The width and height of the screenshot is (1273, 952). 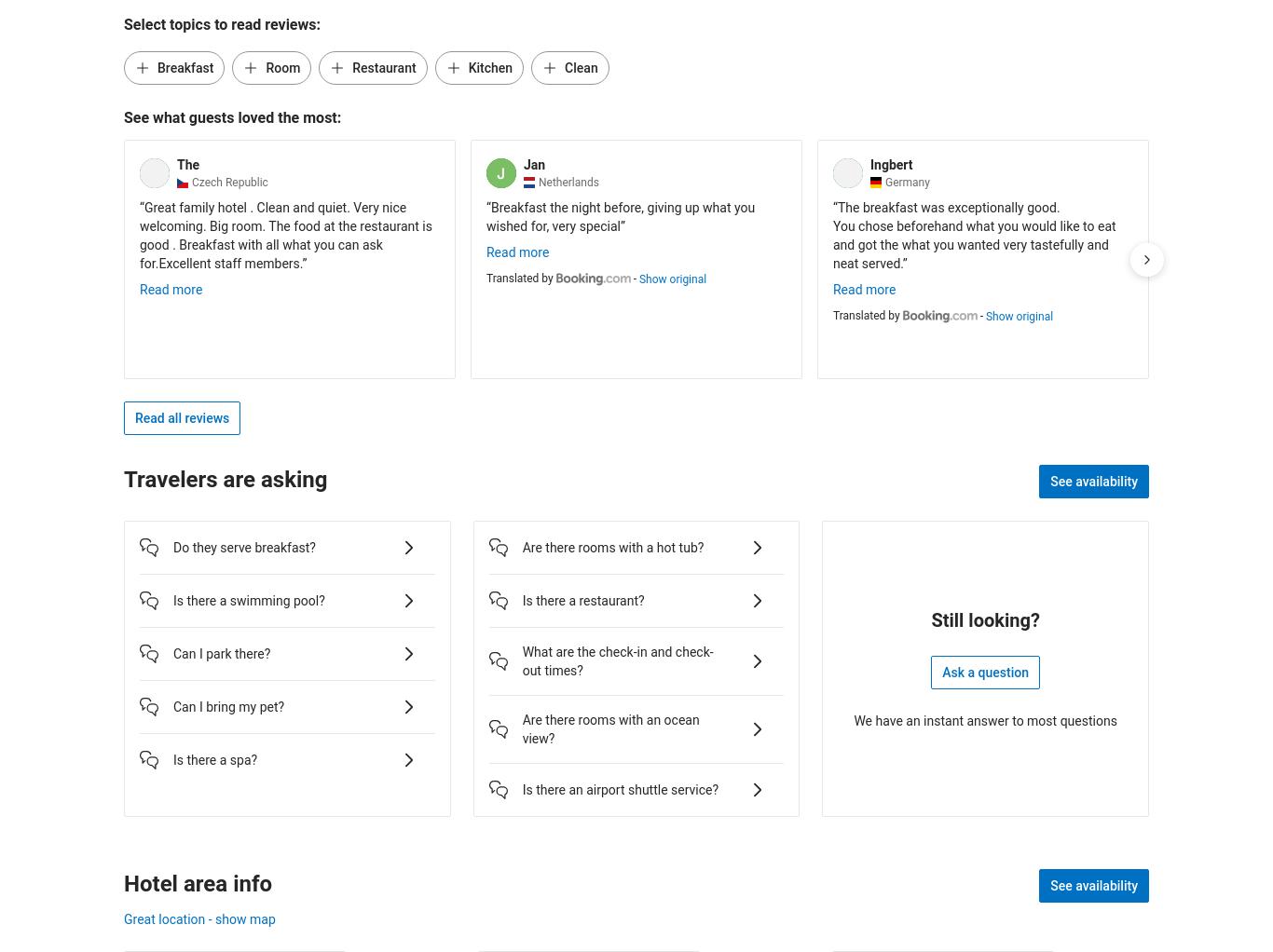 What do you see at coordinates (522, 728) in the screenshot?
I see `'Are there rooms with an ocean view?'` at bounding box center [522, 728].